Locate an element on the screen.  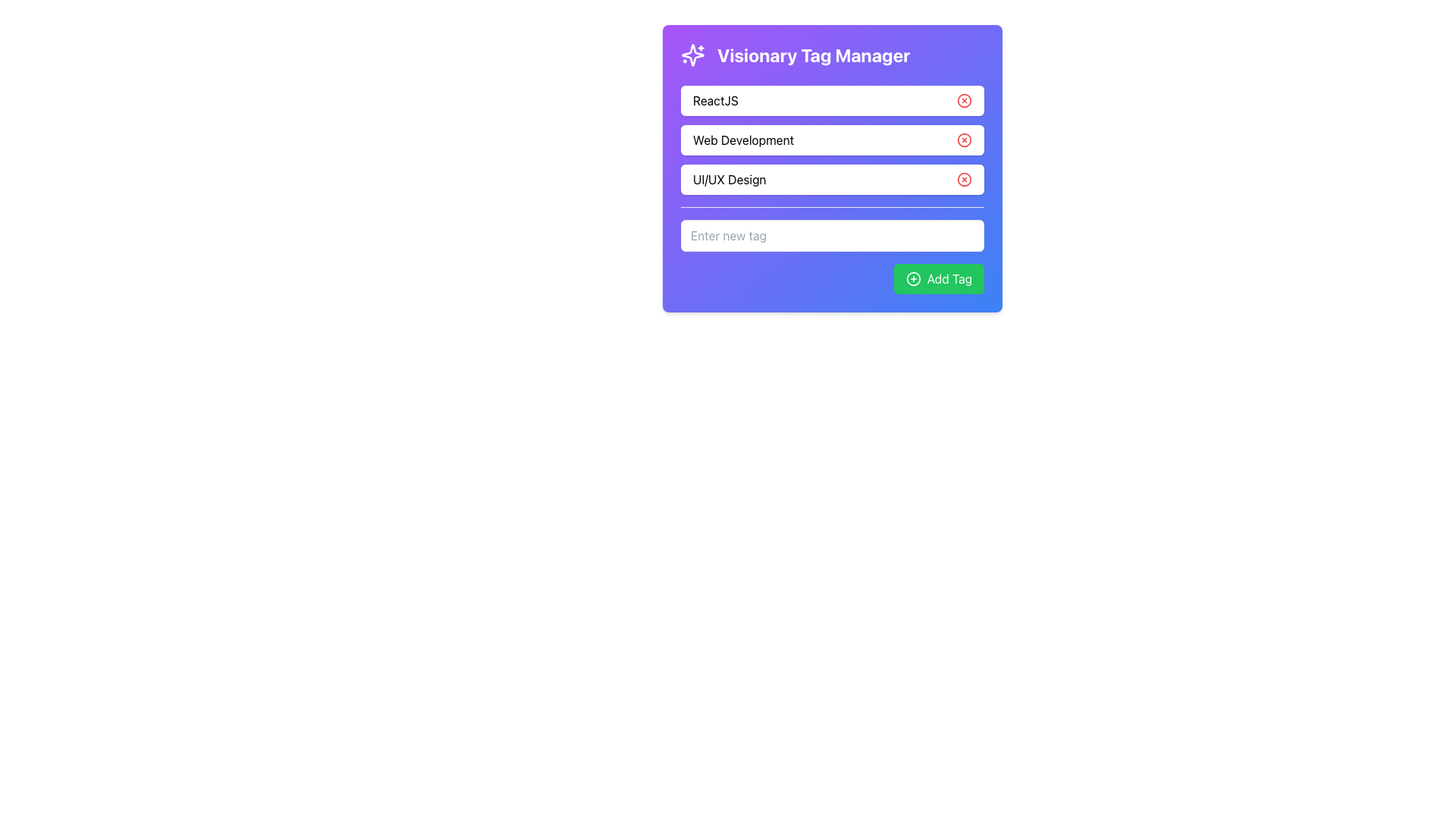
the circular SVG element that serves as the close button for the 'Web Development' tag, which is centrally placed within its bounding box is located at coordinates (964, 140).